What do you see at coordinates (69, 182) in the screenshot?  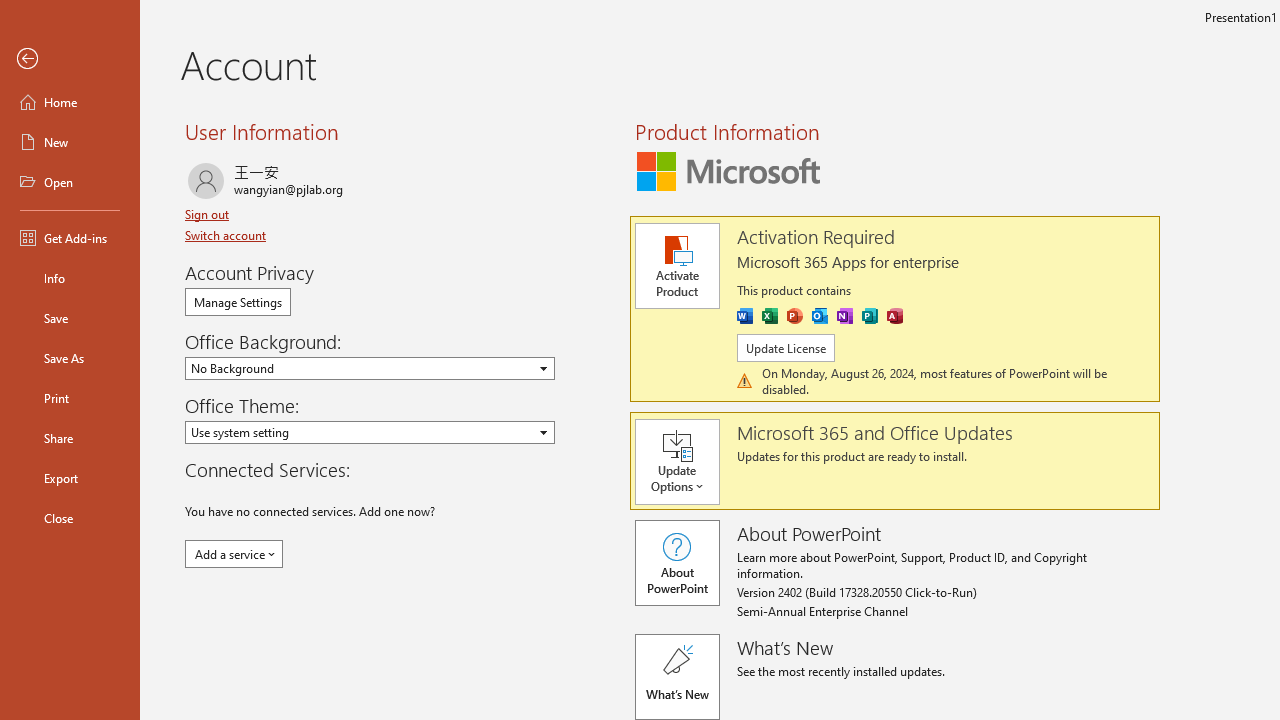 I see `'Open'` at bounding box center [69, 182].